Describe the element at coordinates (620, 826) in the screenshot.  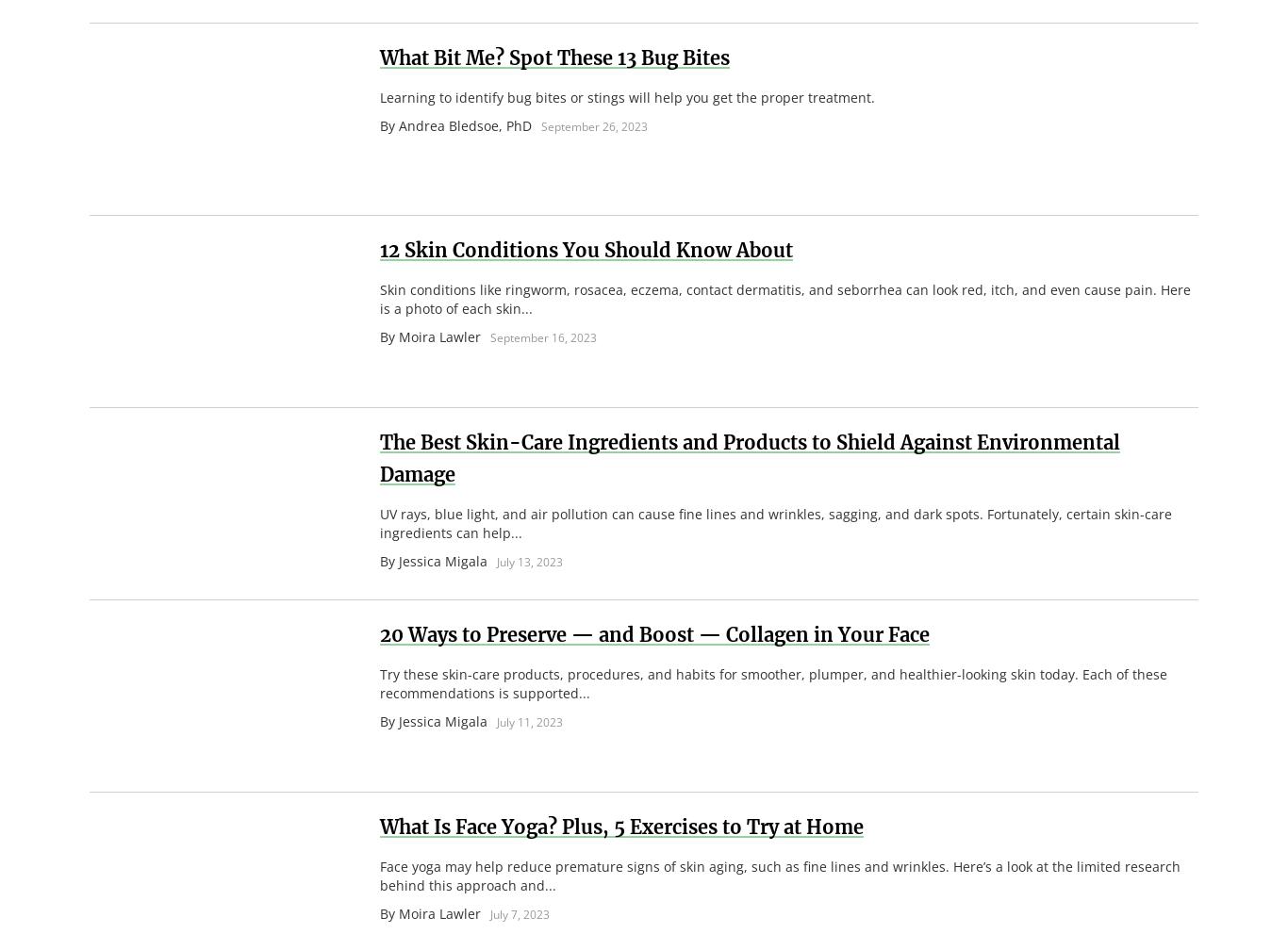
I see `'What Is Face Yoga? Plus, 5 Exercises to Try at Home'` at that location.